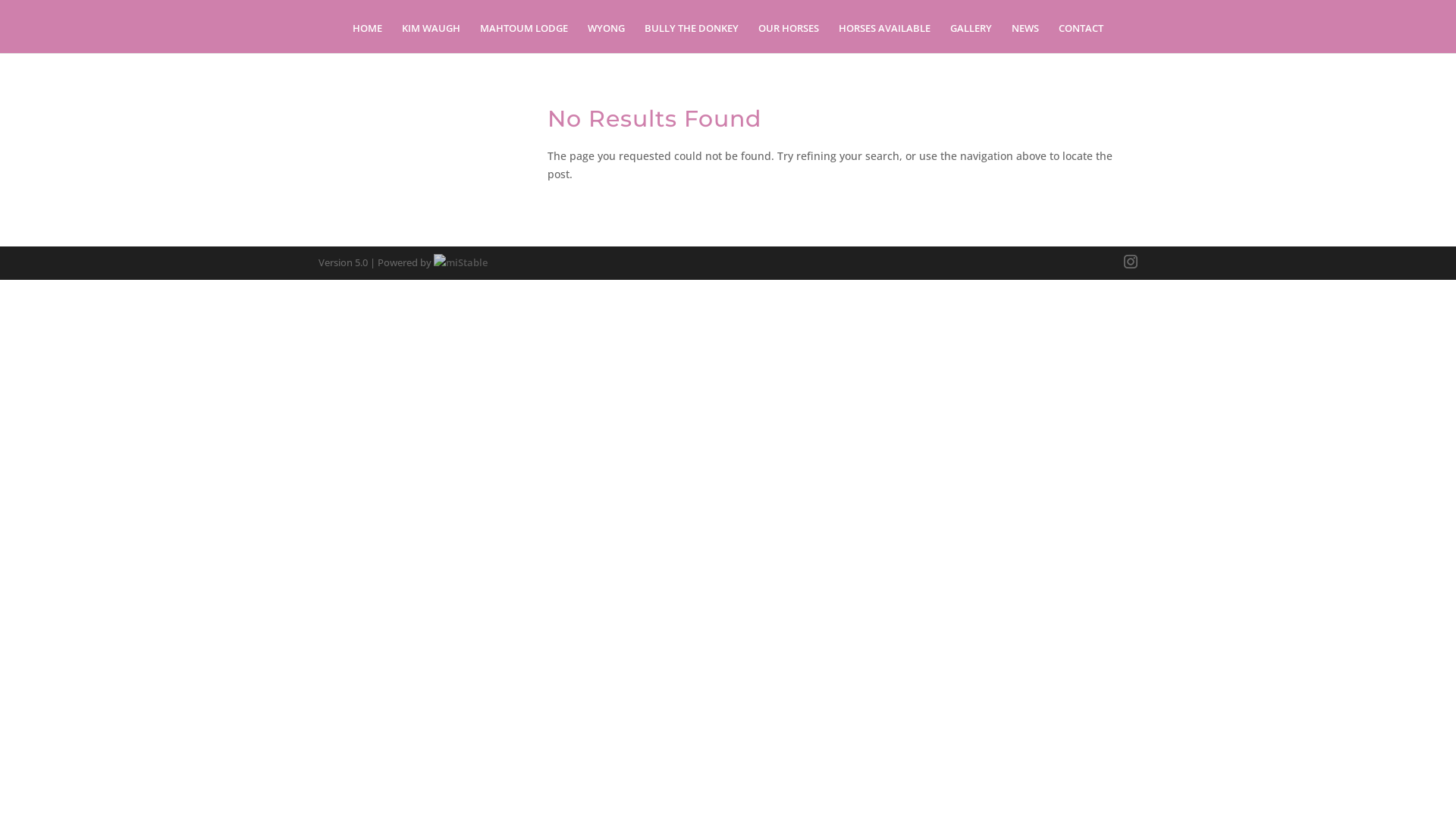 The width and height of the screenshot is (1456, 819). I want to click on 'Horse Management Software', so click(432, 262).